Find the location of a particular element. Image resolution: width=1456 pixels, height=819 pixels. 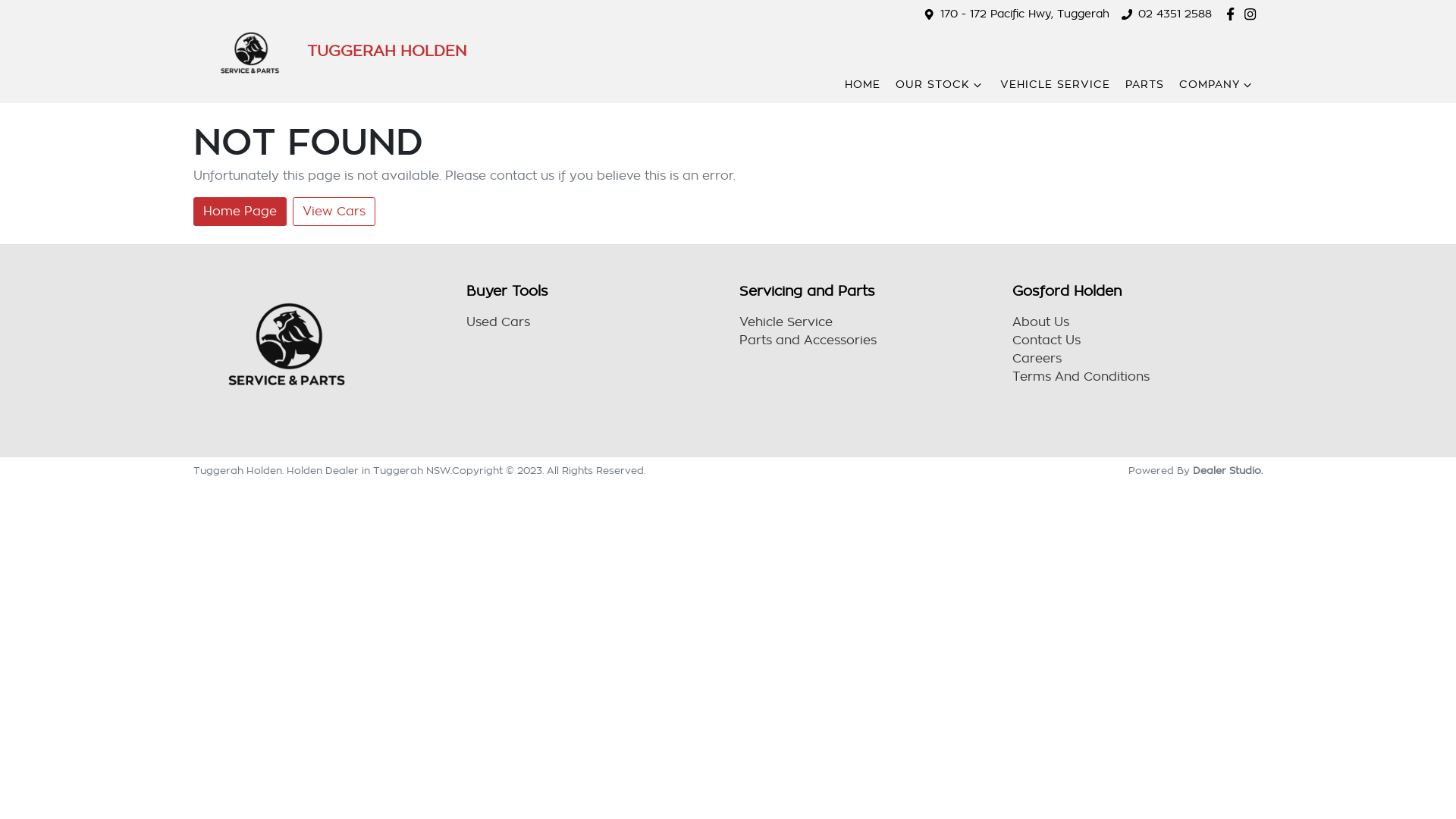

'PARTS' is located at coordinates (1125, 84).